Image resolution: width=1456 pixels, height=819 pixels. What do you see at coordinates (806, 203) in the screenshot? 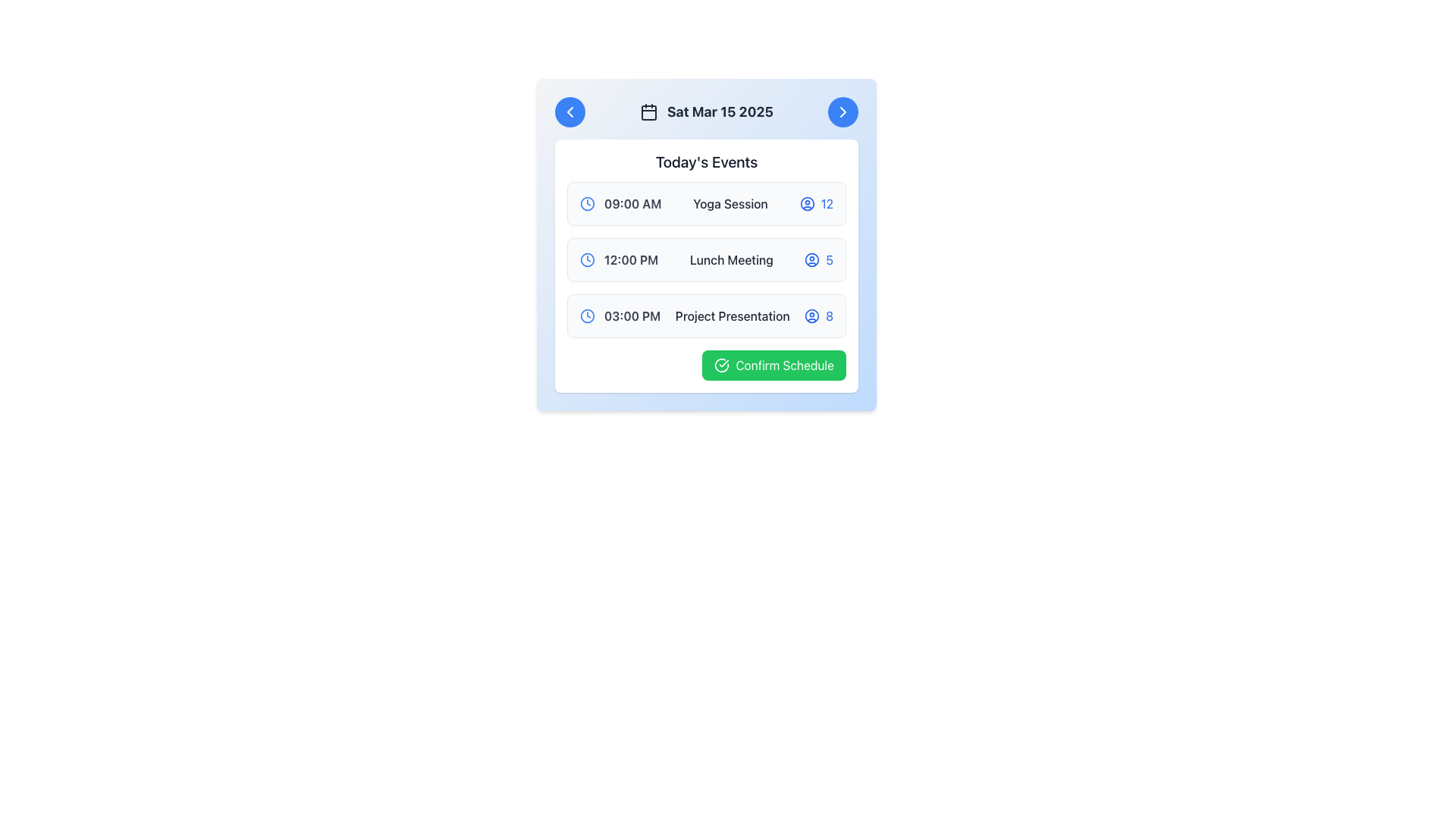
I see `the user icon in the circular frame with blue strokes located next to the number '12' in the '09:00 AM Yoga Session' entry of the event schedule interface` at bounding box center [806, 203].